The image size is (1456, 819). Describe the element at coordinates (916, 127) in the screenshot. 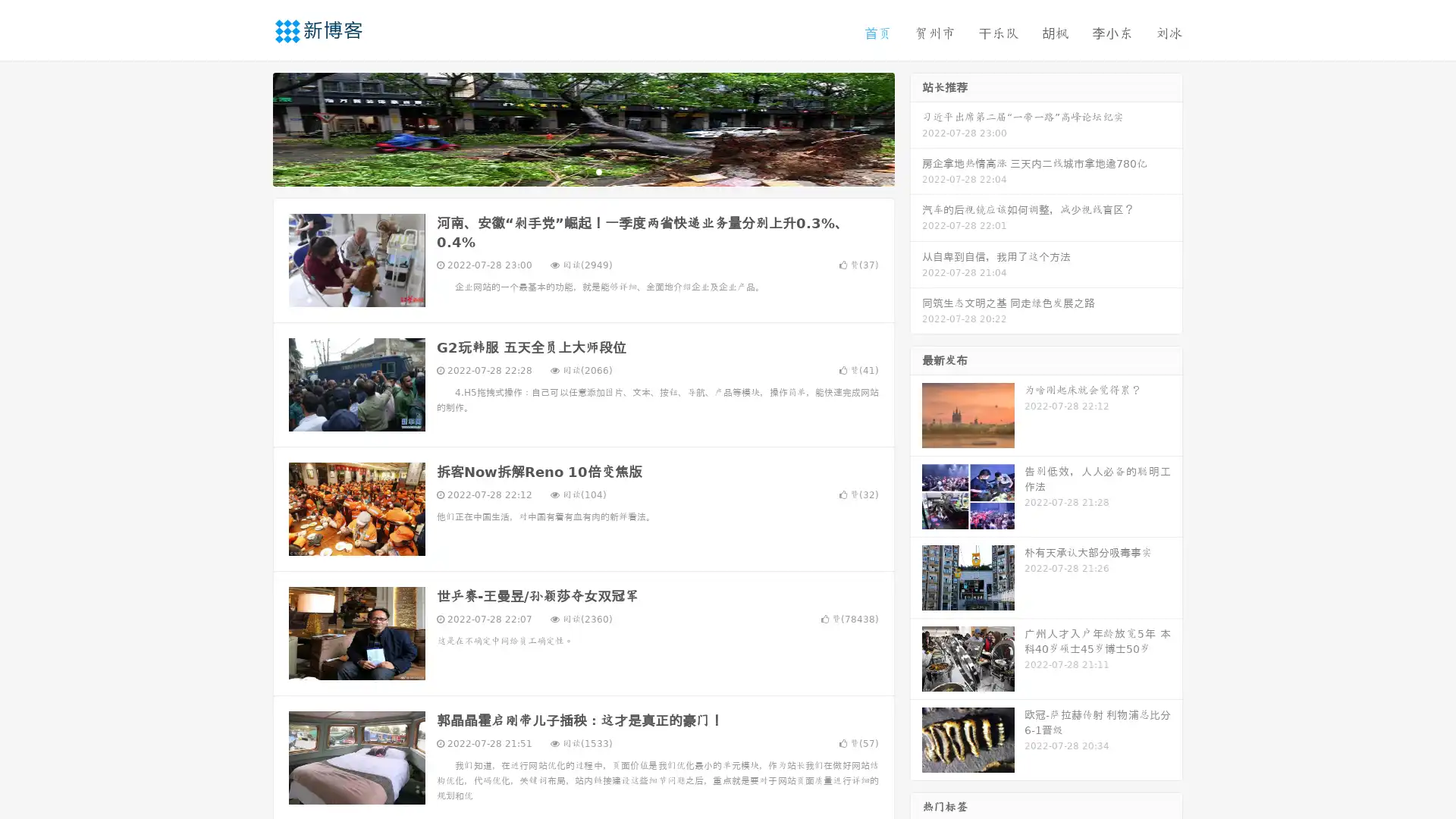

I see `Next slide` at that location.